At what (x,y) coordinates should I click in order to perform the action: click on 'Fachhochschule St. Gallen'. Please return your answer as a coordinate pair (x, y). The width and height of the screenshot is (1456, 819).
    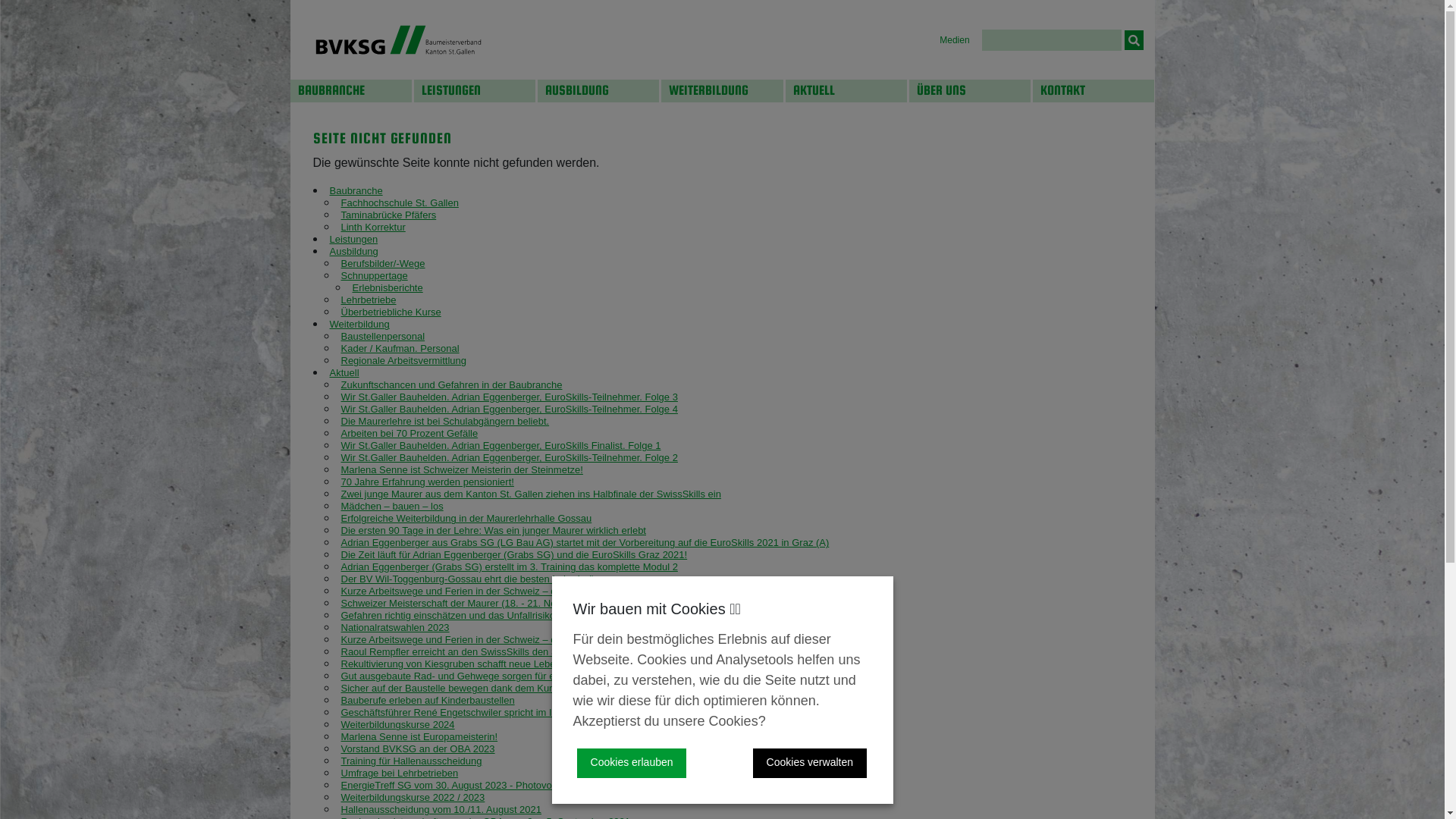
    Looking at the image, I should click on (400, 202).